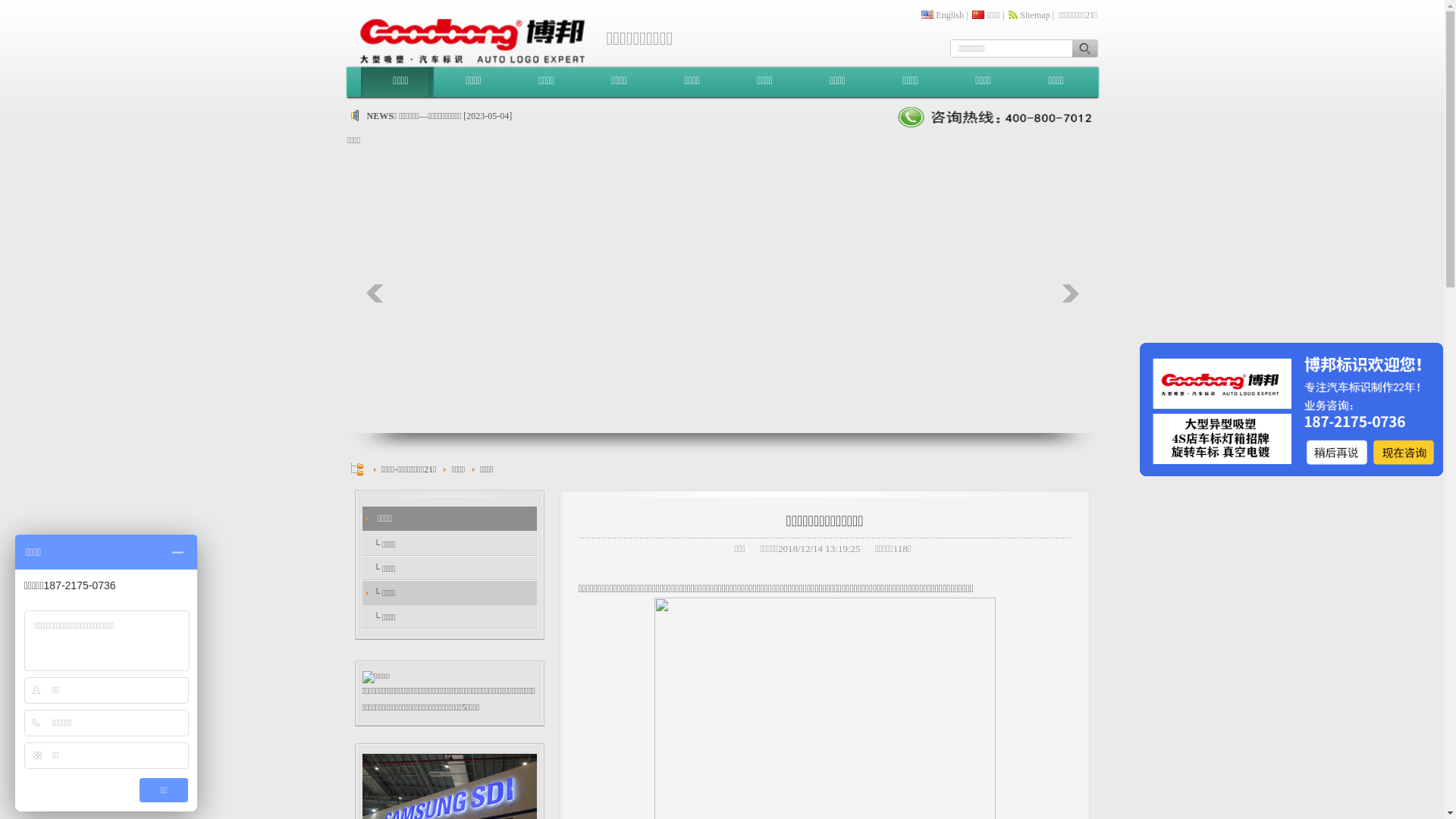 The image size is (1456, 819). I want to click on 'Sitemap', so click(1034, 14).